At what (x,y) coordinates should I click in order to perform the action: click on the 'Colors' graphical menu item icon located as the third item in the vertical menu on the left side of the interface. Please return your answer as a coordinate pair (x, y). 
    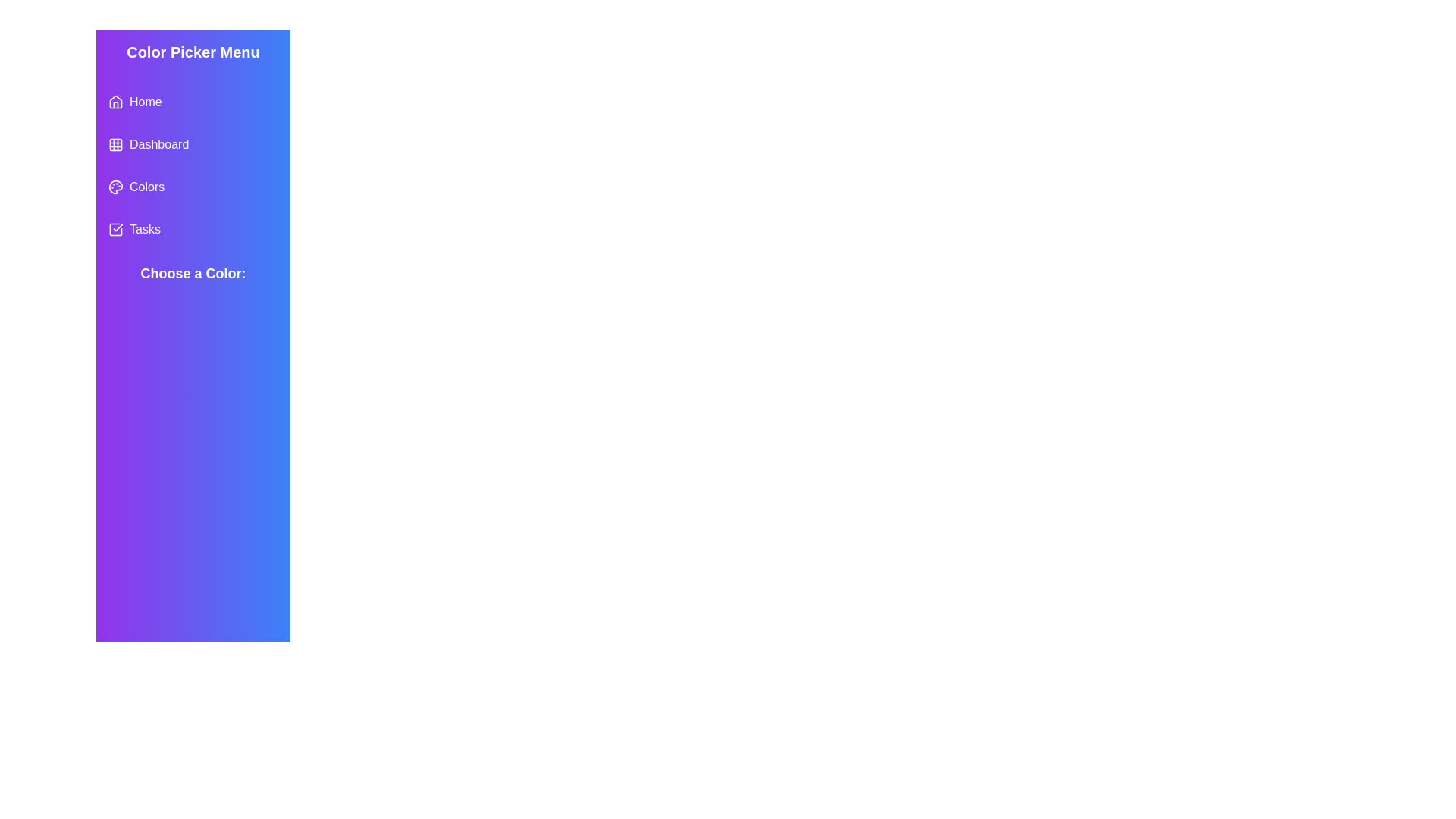
    Looking at the image, I should click on (115, 186).